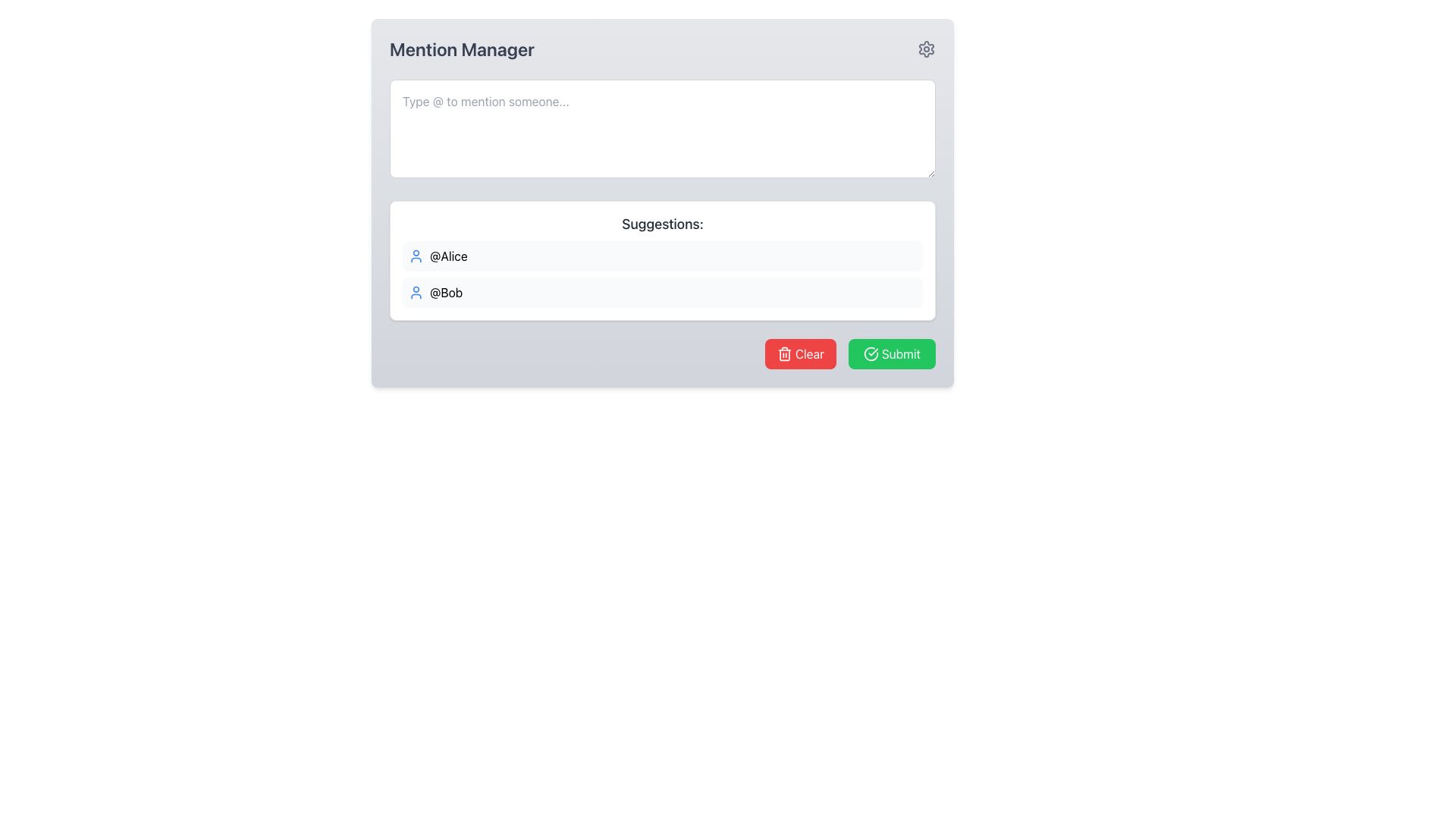  I want to click on the text label displaying '@Alice' for further options, so click(447, 256).